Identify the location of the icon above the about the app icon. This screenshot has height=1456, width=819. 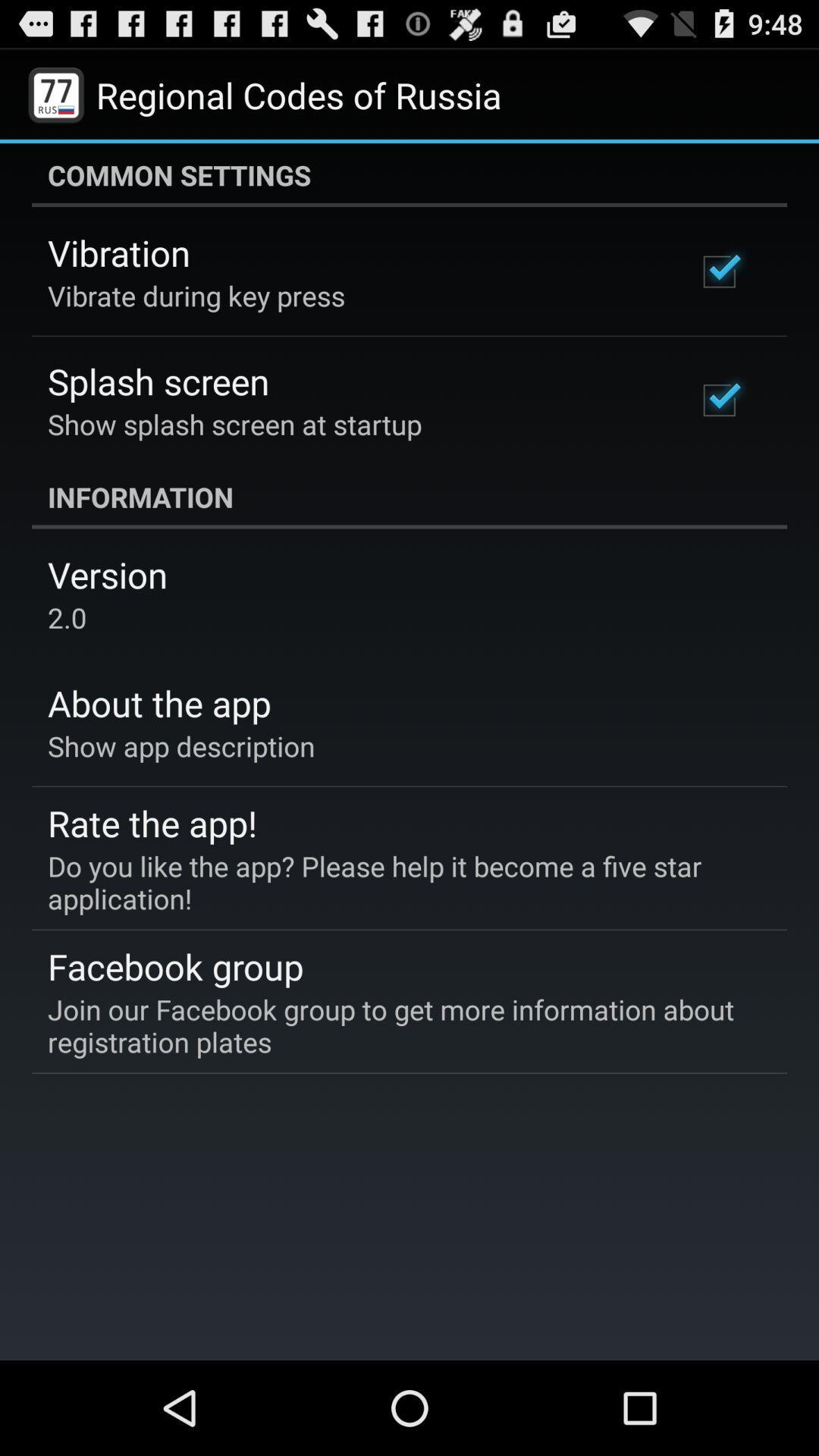
(66, 617).